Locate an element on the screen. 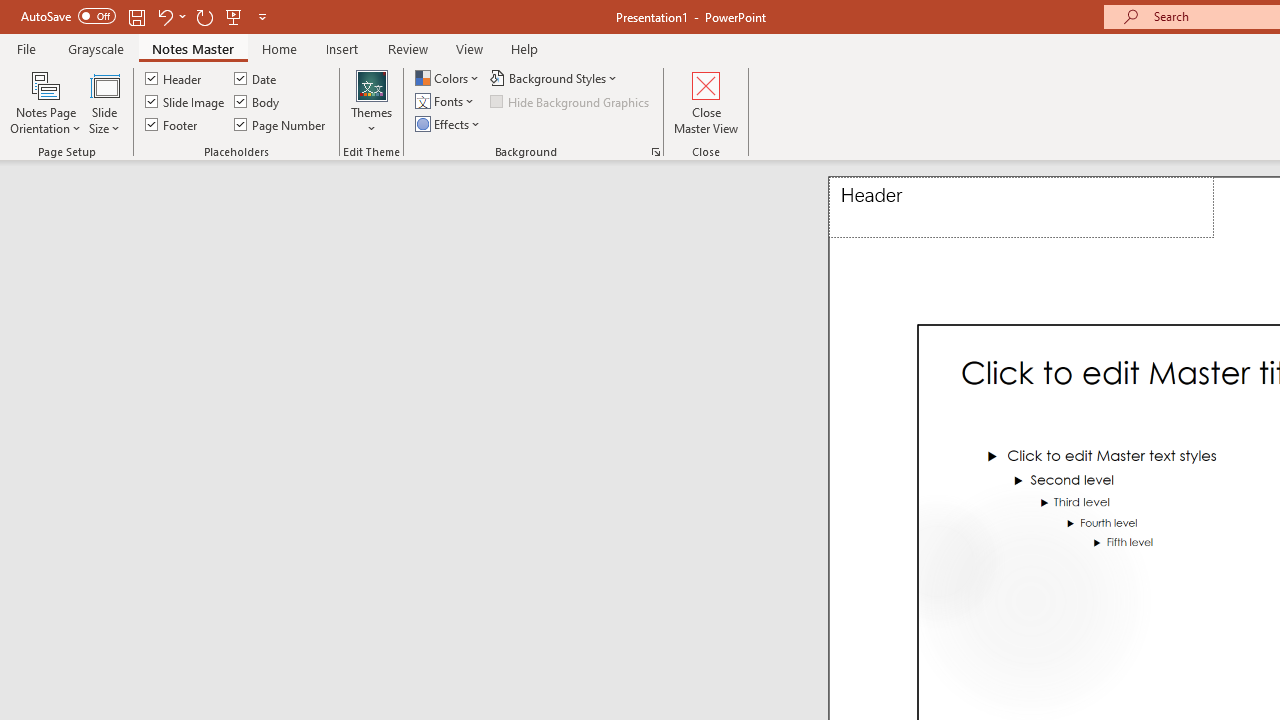 Image resolution: width=1280 pixels, height=720 pixels. 'Footer' is located at coordinates (172, 124).